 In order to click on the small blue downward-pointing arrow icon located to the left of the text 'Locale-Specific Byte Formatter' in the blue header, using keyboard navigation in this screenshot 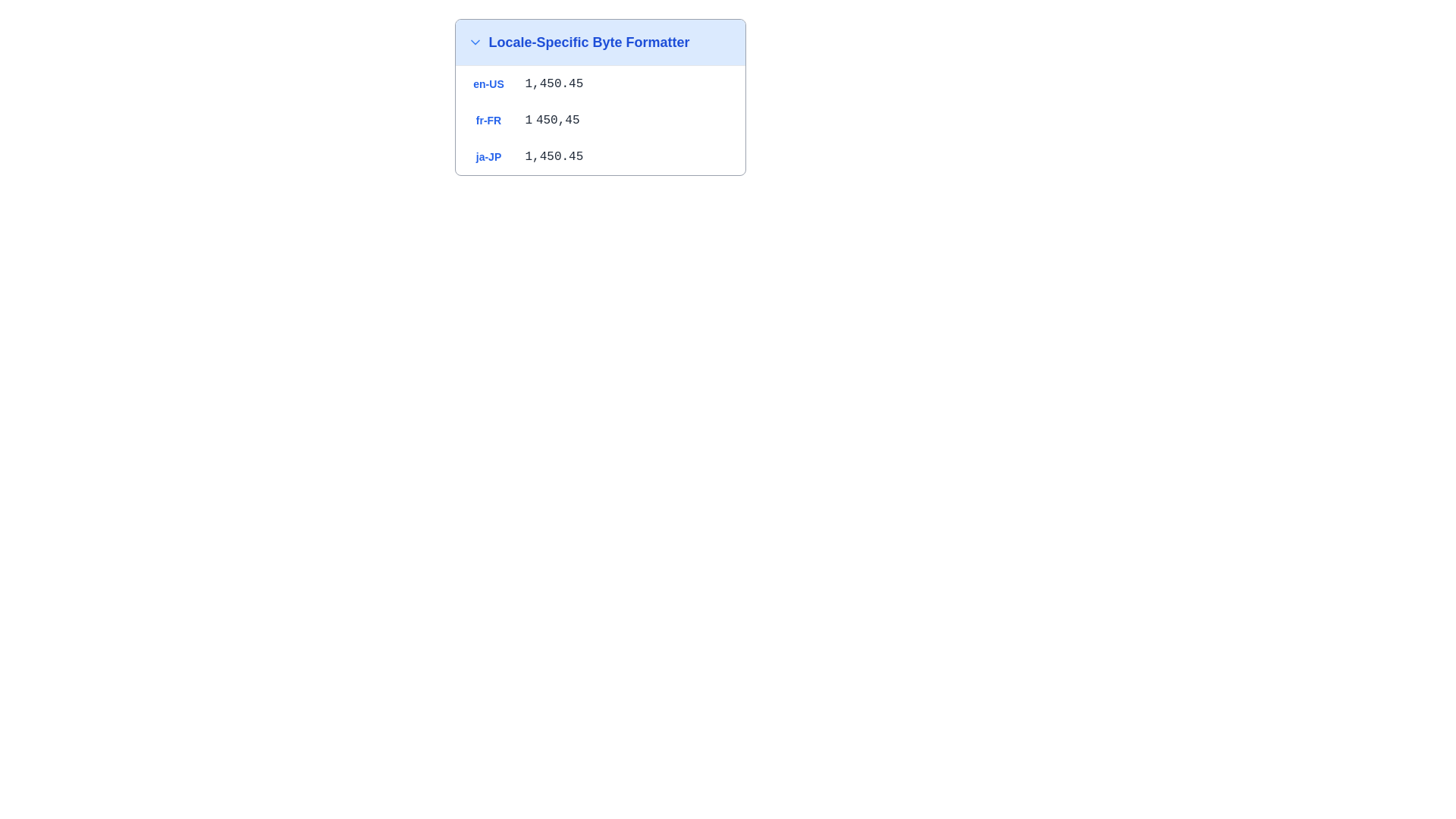, I will do `click(474, 42)`.